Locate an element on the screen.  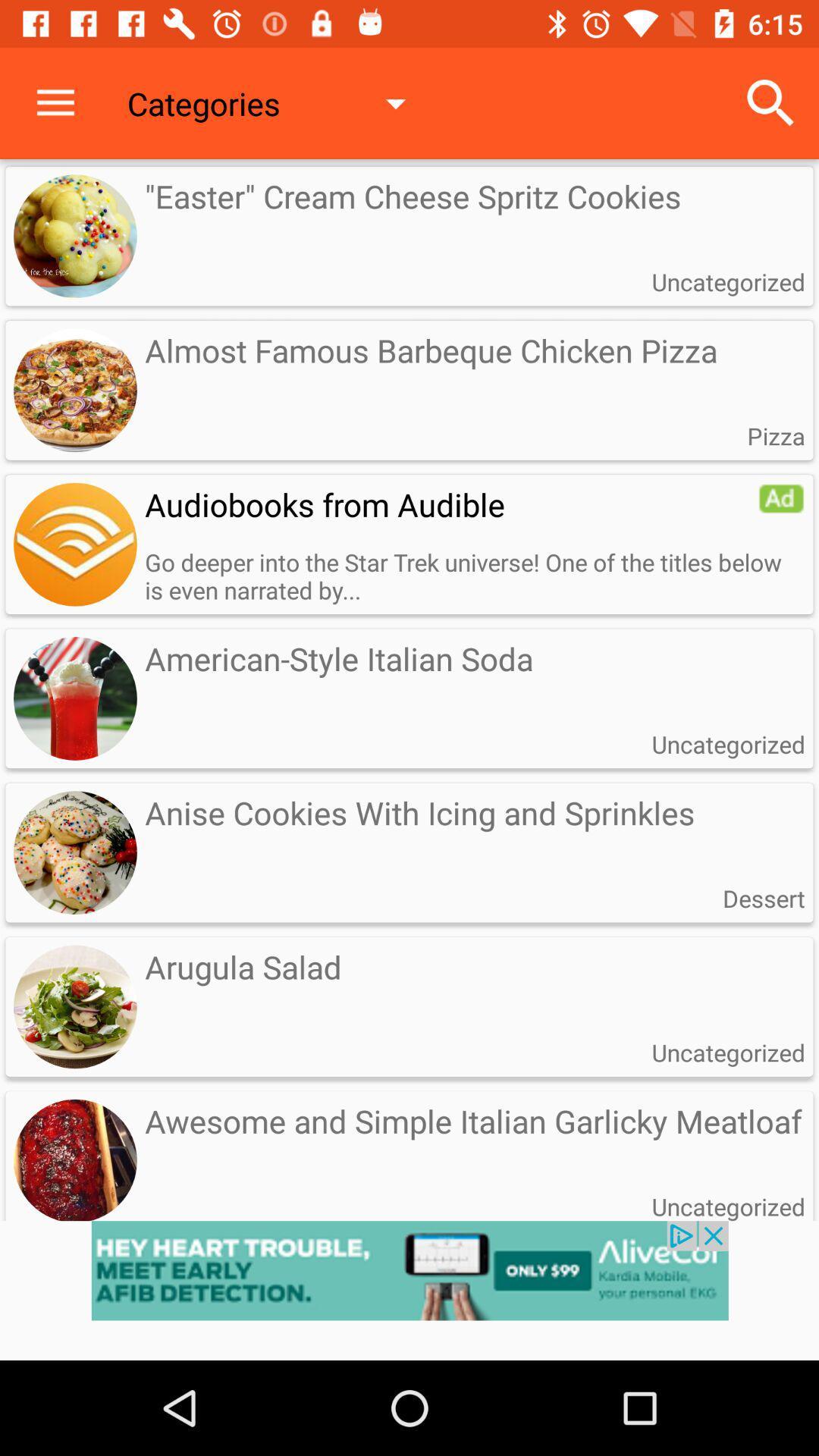
opens the advertisement is located at coordinates (409, 1290).